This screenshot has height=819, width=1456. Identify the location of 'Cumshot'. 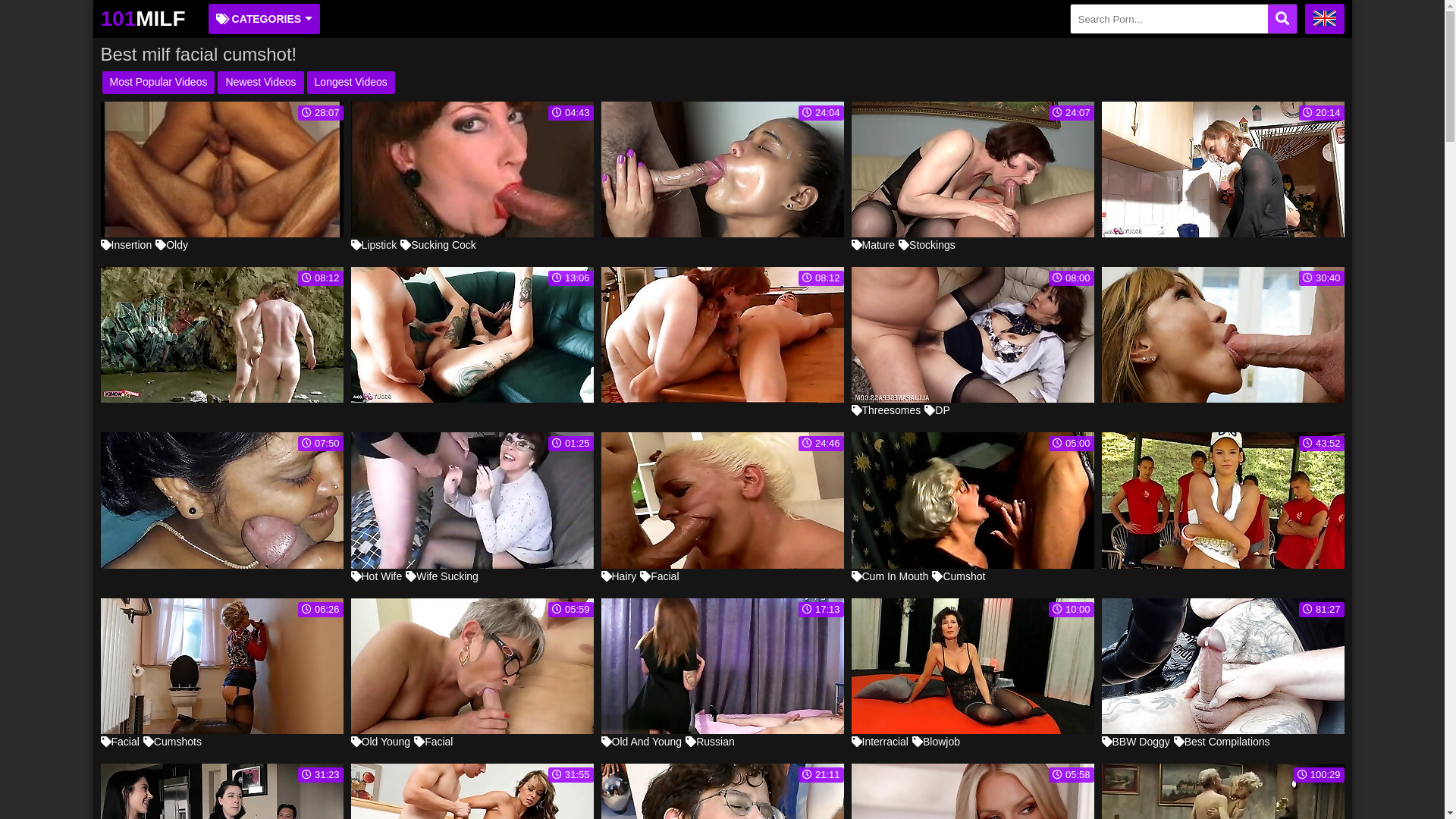
(930, 576).